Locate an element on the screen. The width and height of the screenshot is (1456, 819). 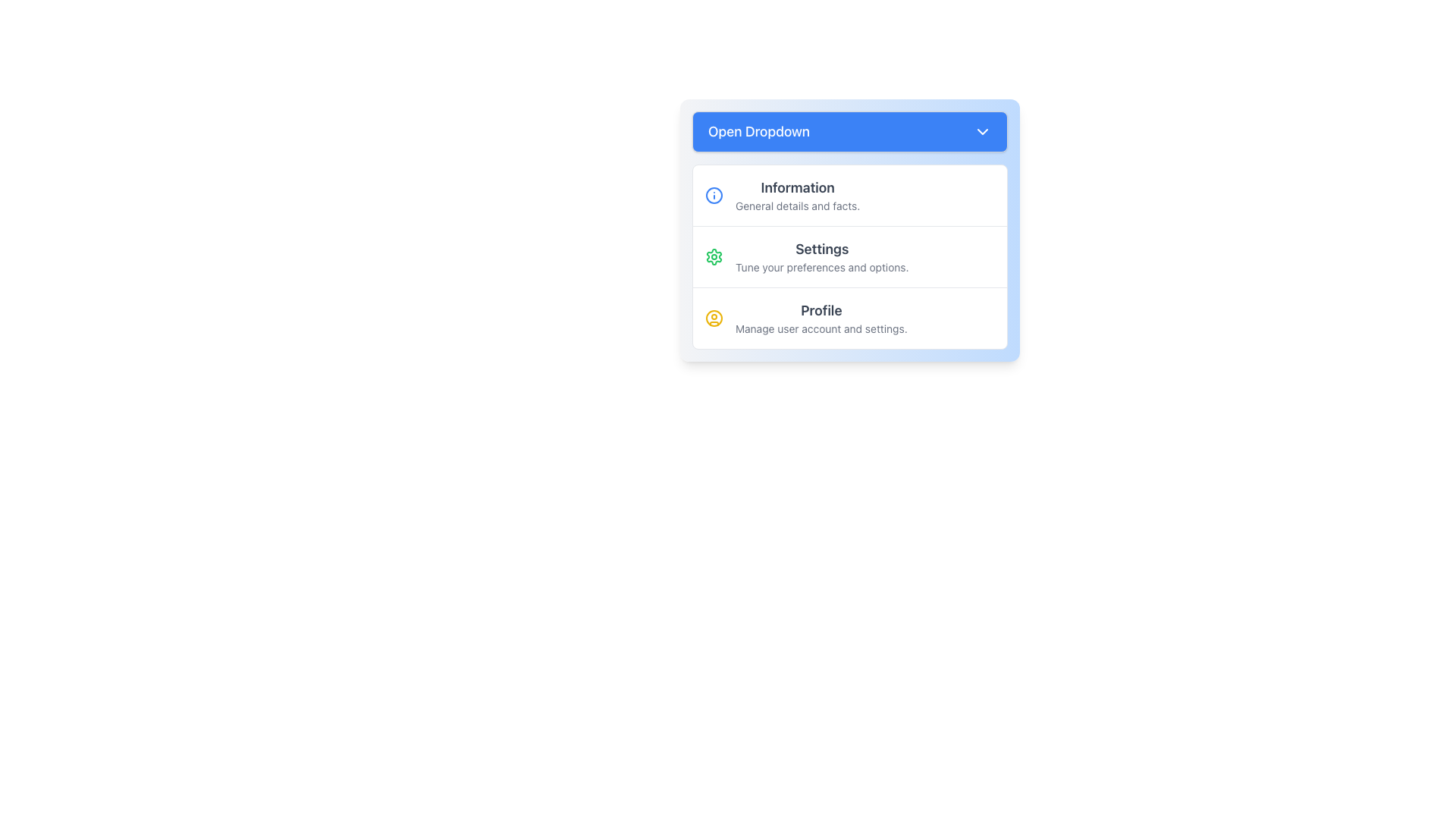
the first list item in the dropdown menu, which features a blue circular icon with an 'i' symbol and the title 'Information' is located at coordinates (850, 195).